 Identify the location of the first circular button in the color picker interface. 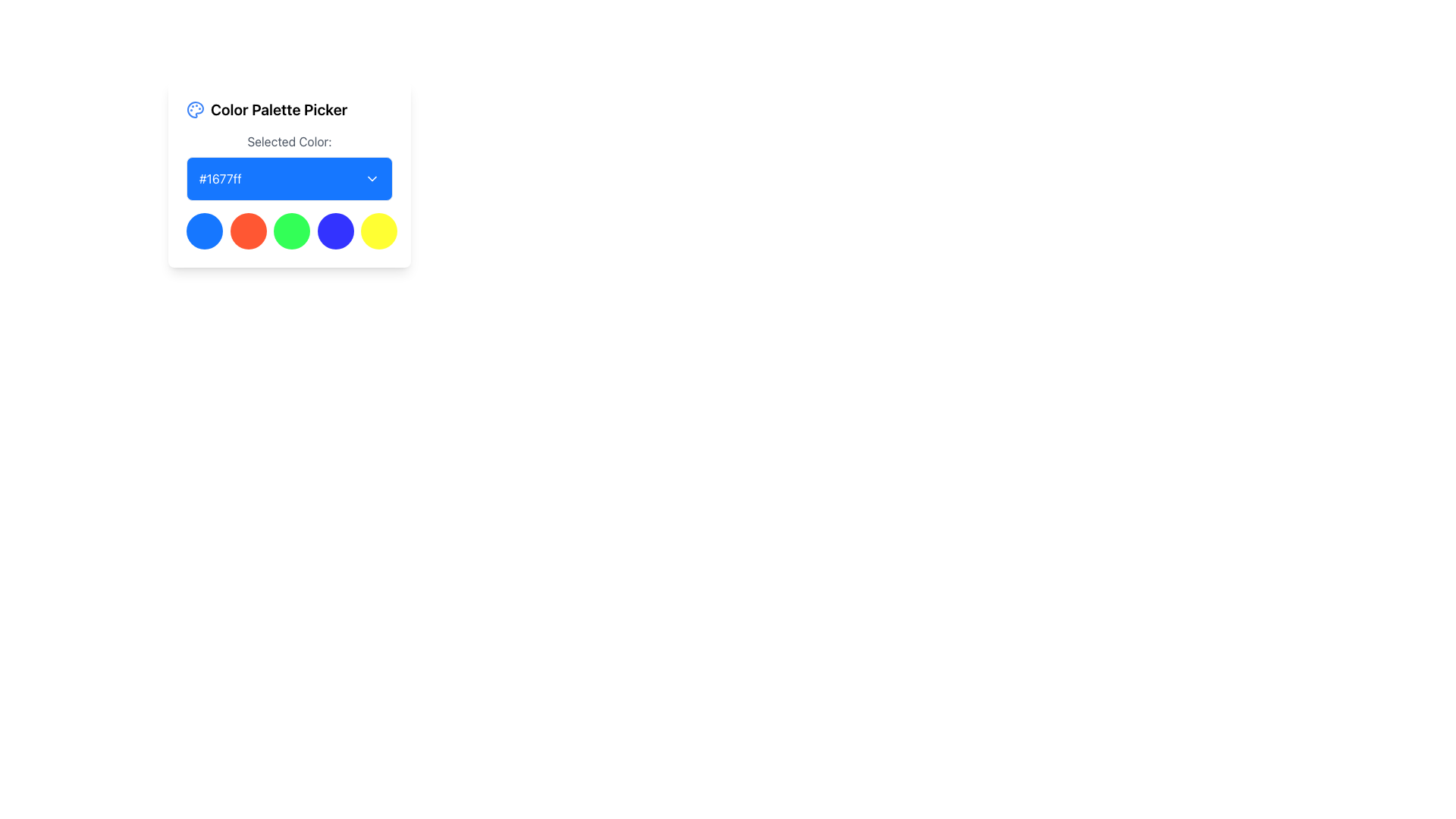
(203, 231).